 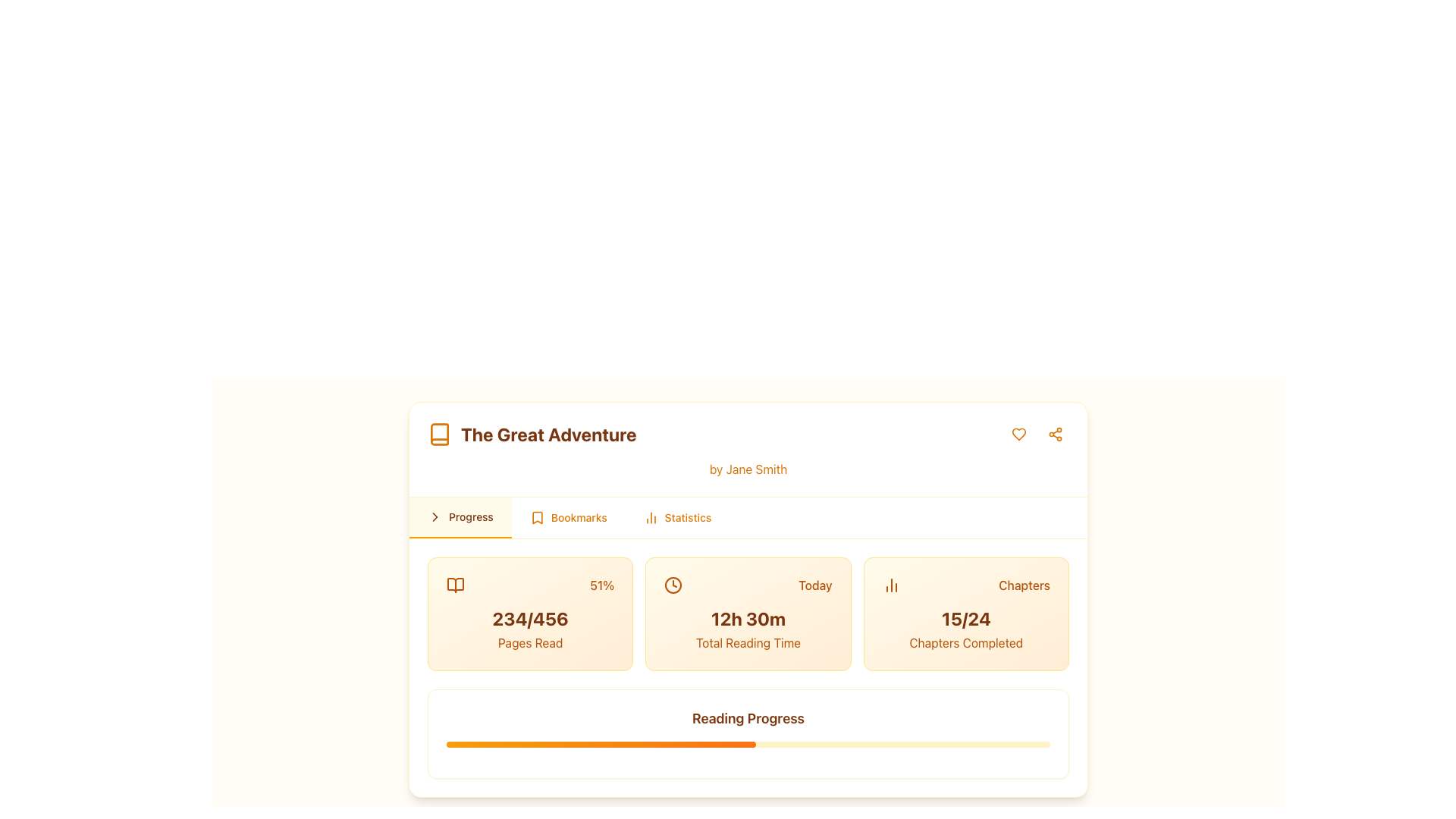 I want to click on the Progress display component which shows 'Reading Progress' in bold amber text and includes an interactive progress bar underneath, so click(x=748, y=733).